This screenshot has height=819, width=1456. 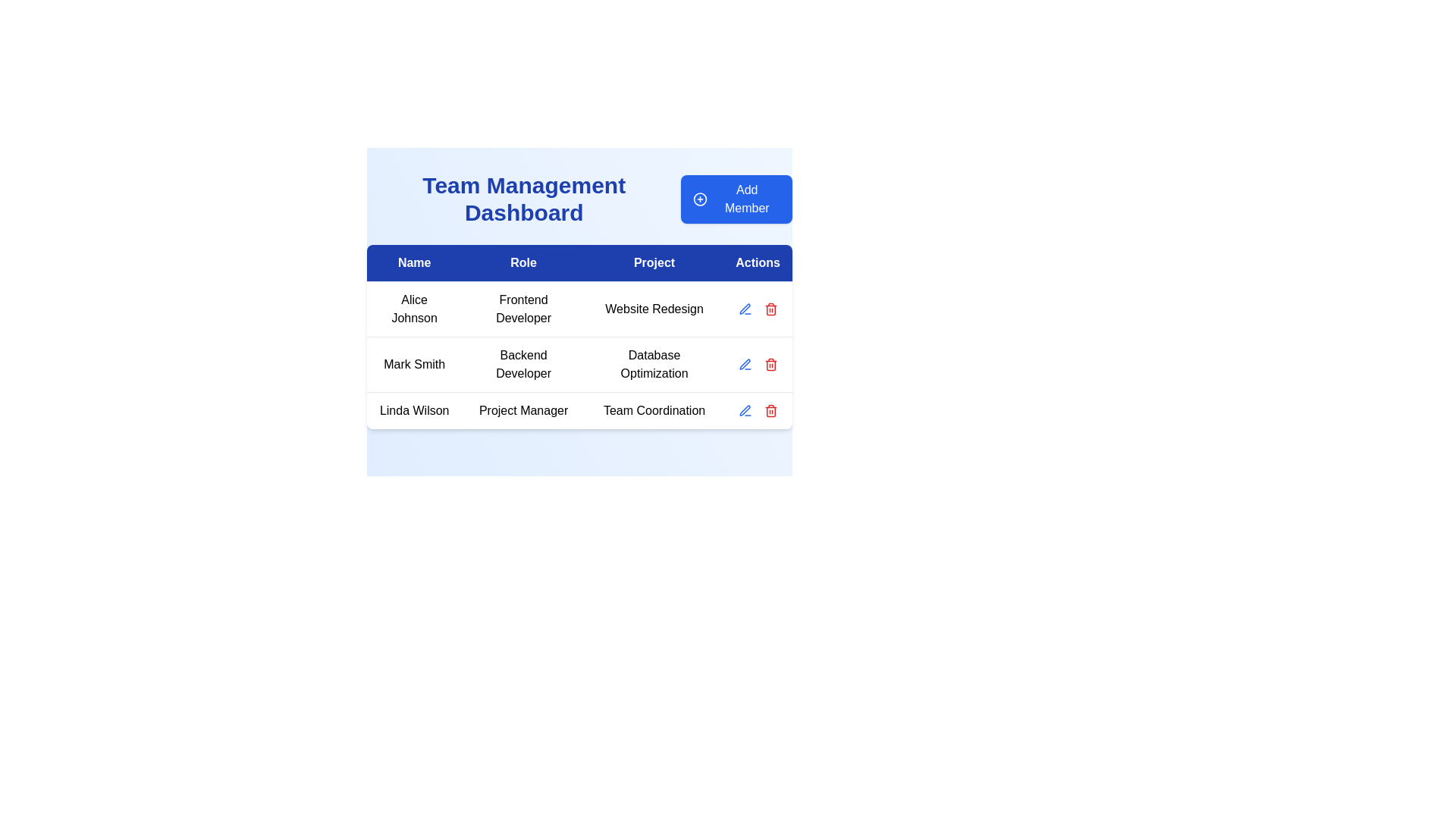 I want to click on the Static Text element displaying 'Project Manager', located in the third row and second column of the table, positioned between 'Linda Wilson' and 'Team Coordination', so click(x=523, y=410).